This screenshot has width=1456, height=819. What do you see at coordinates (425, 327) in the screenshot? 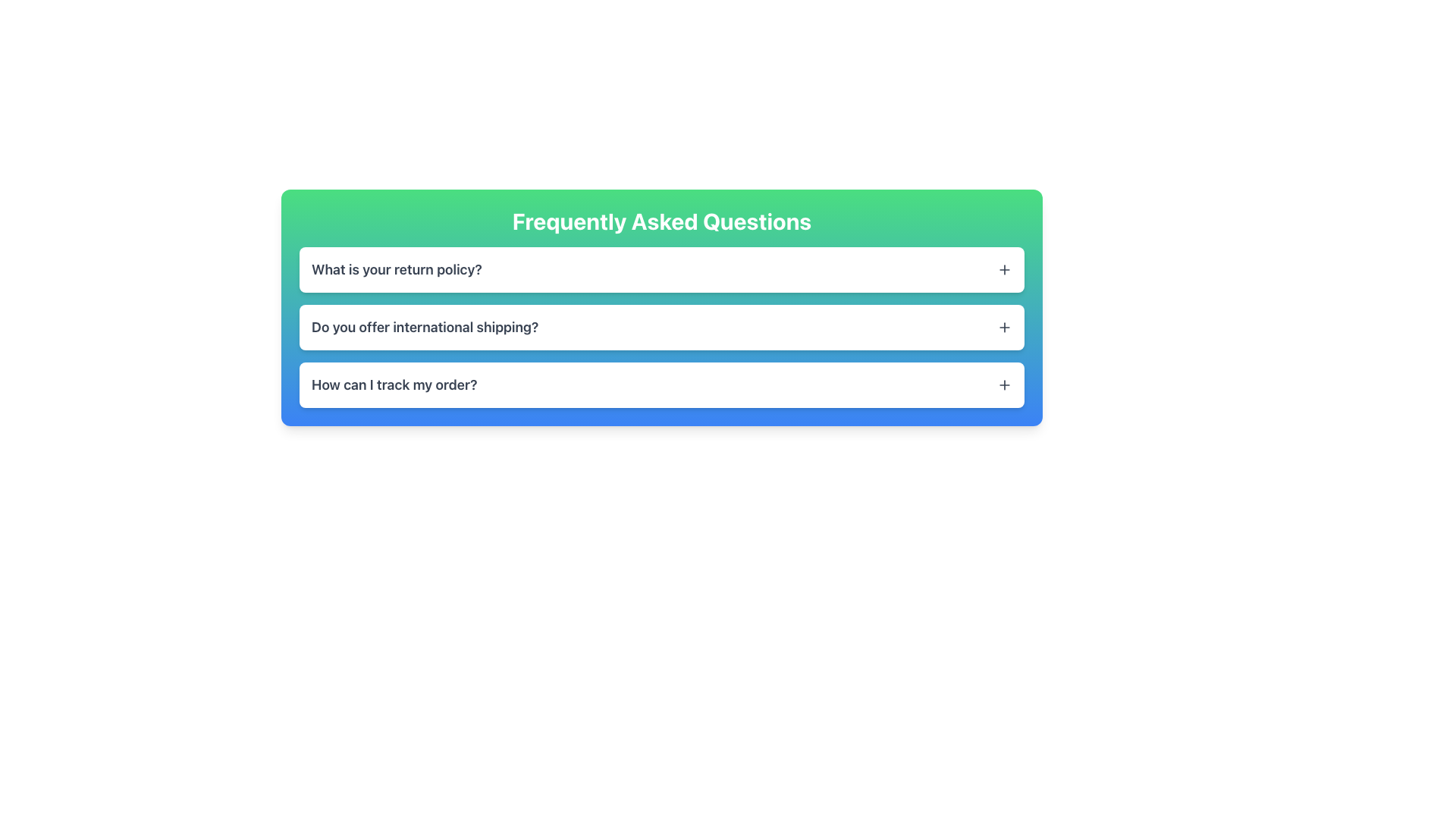
I see `the second static text element in the FAQ section that serves as a question for users, located between 'What is your return policy?' and 'How can I track my order?'` at bounding box center [425, 327].